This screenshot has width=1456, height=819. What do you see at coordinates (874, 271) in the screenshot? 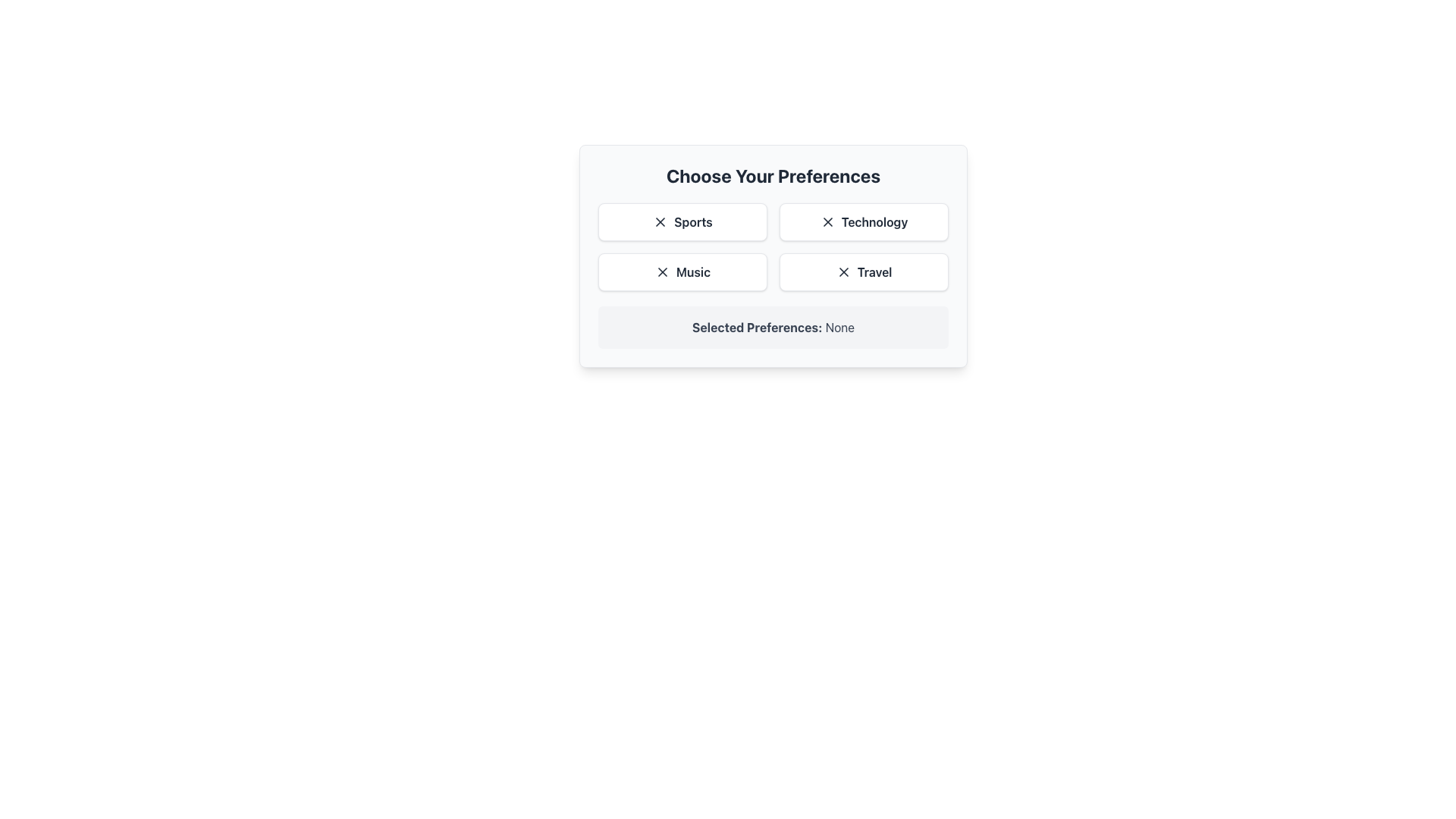
I see `the 'Travel' text label located within the interactive button at the bottom-right of the 'Choose Your Preferences' dialog` at bounding box center [874, 271].